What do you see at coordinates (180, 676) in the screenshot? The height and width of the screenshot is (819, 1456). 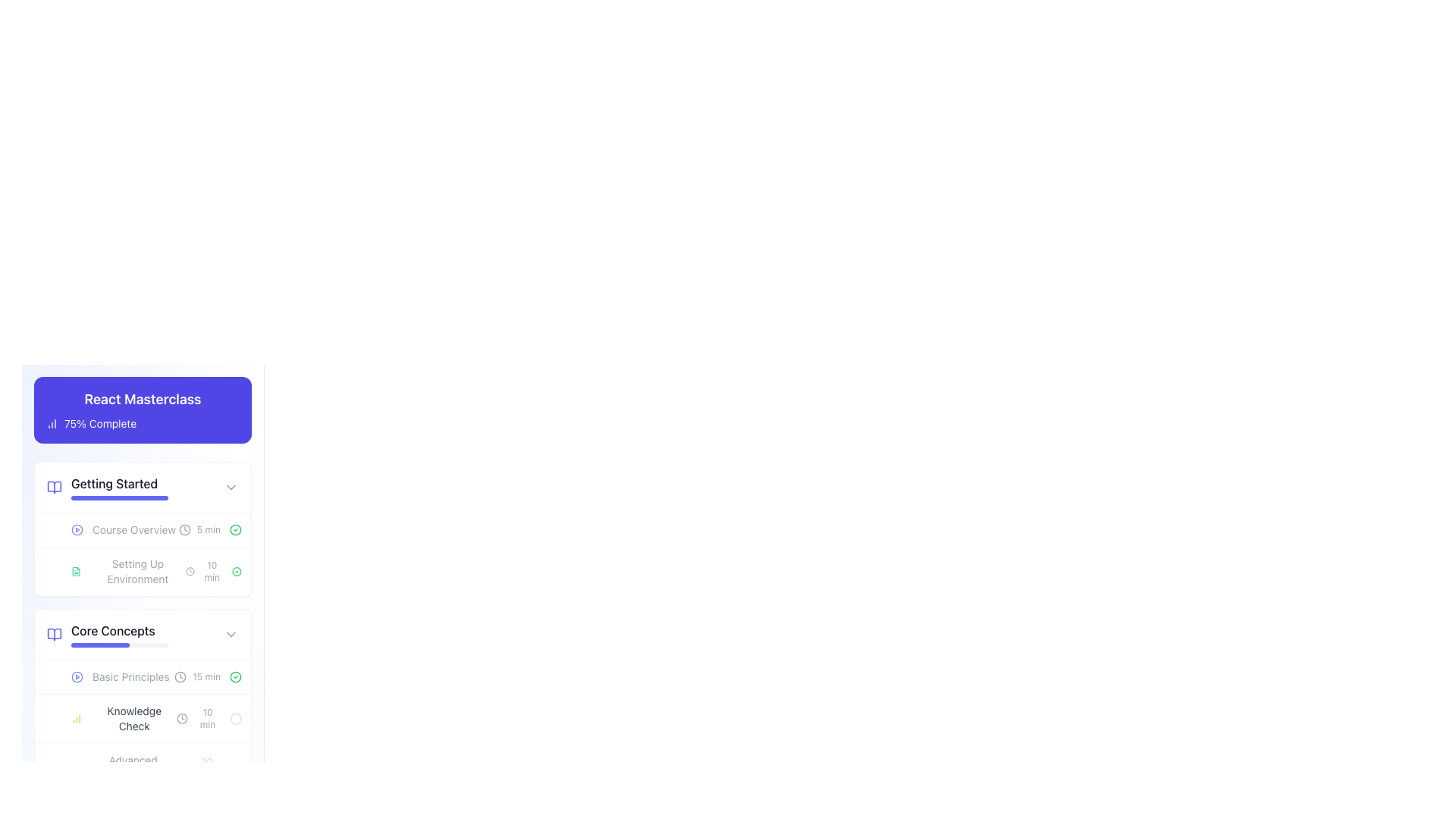 I see `indicative meaning of the Clock Icon located in the 'Core Concepts' section, specifically to the left of the '15 min' text label` at bounding box center [180, 676].